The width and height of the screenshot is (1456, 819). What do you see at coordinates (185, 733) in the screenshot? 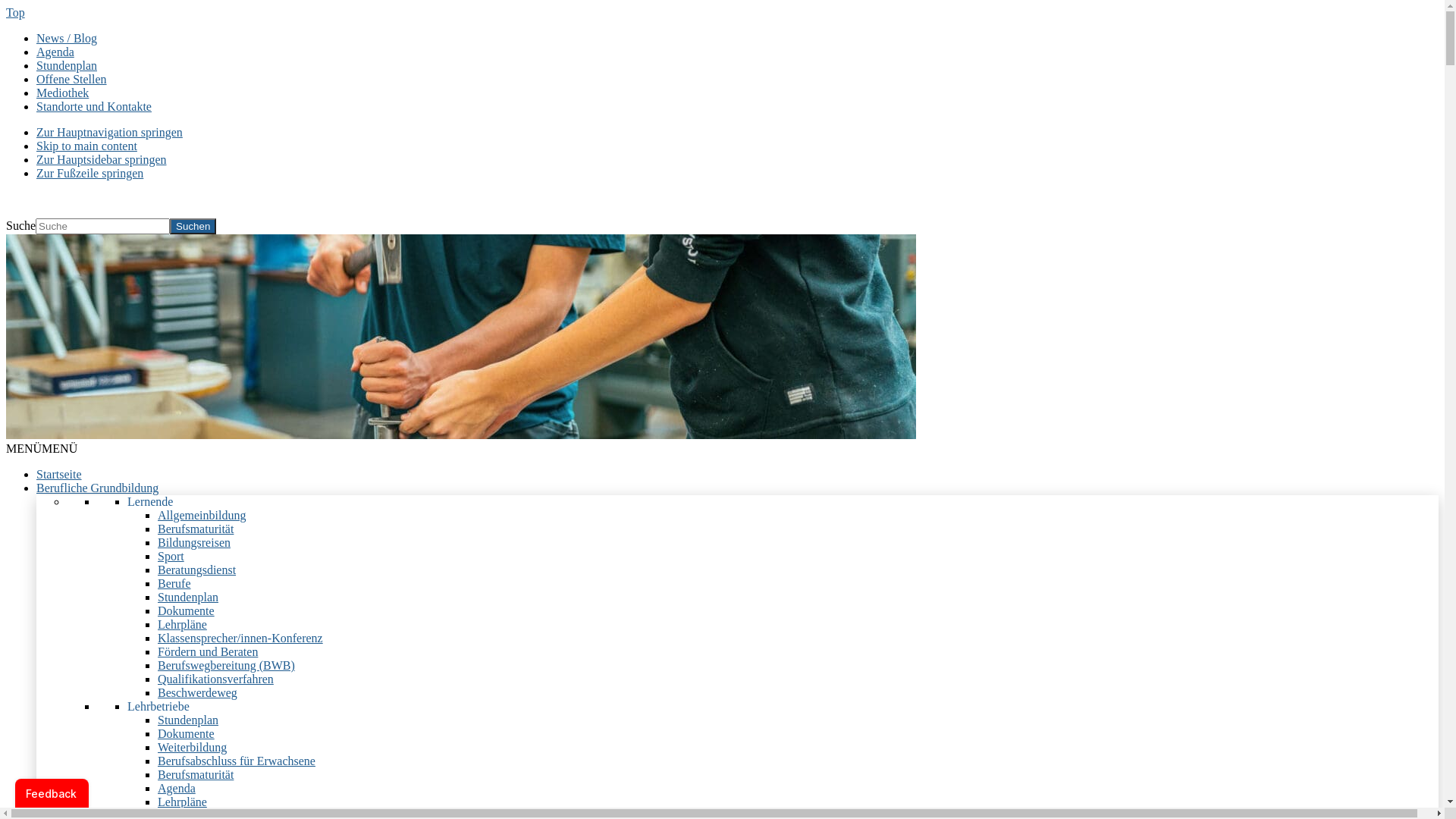
I see `'Dokumente'` at bounding box center [185, 733].